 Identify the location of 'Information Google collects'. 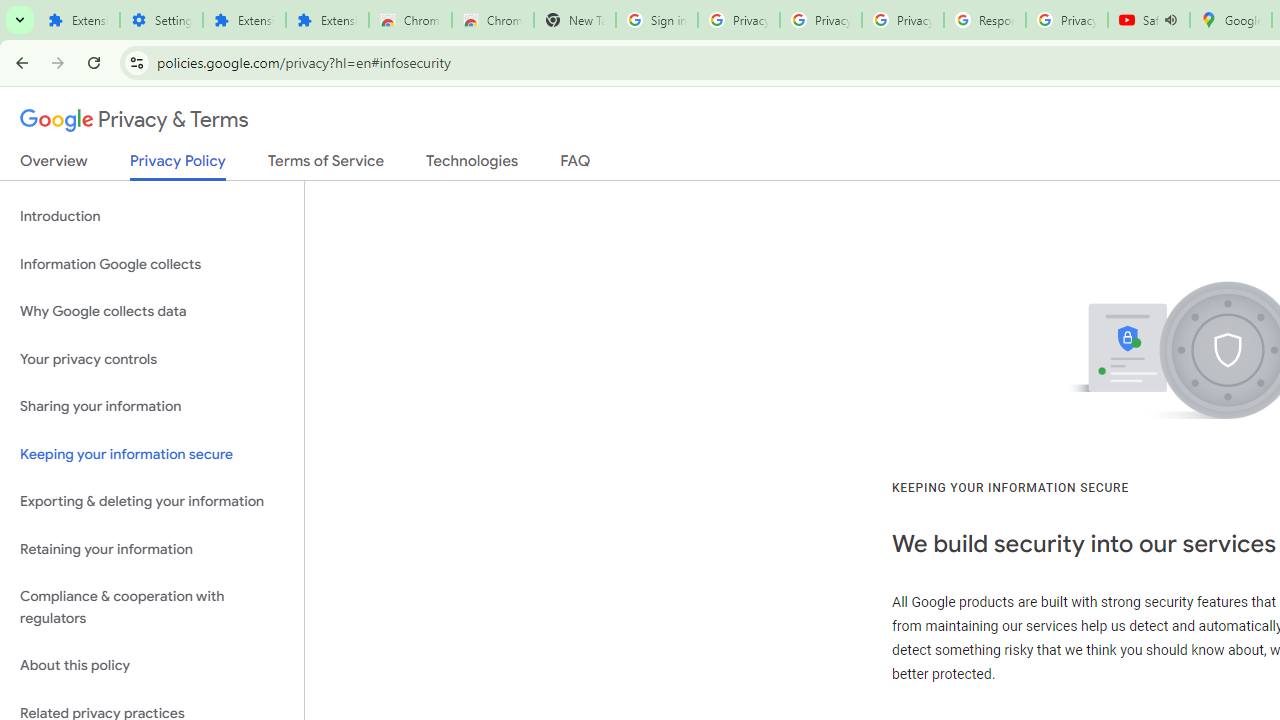
(151, 263).